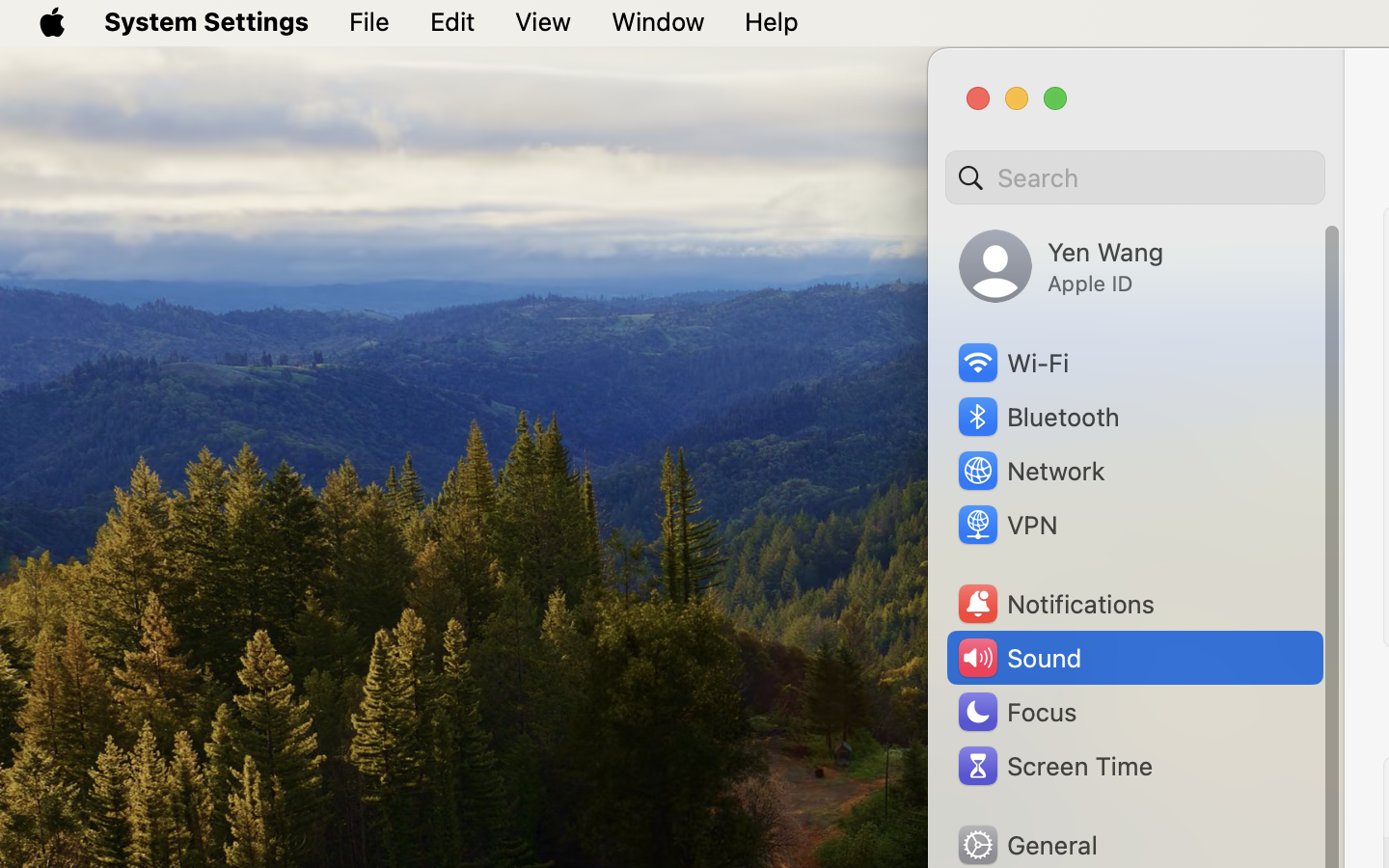 The width and height of the screenshot is (1389, 868). Describe the element at coordinates (1005, 523) in the screenshot. I see `'VPN'` at that location.